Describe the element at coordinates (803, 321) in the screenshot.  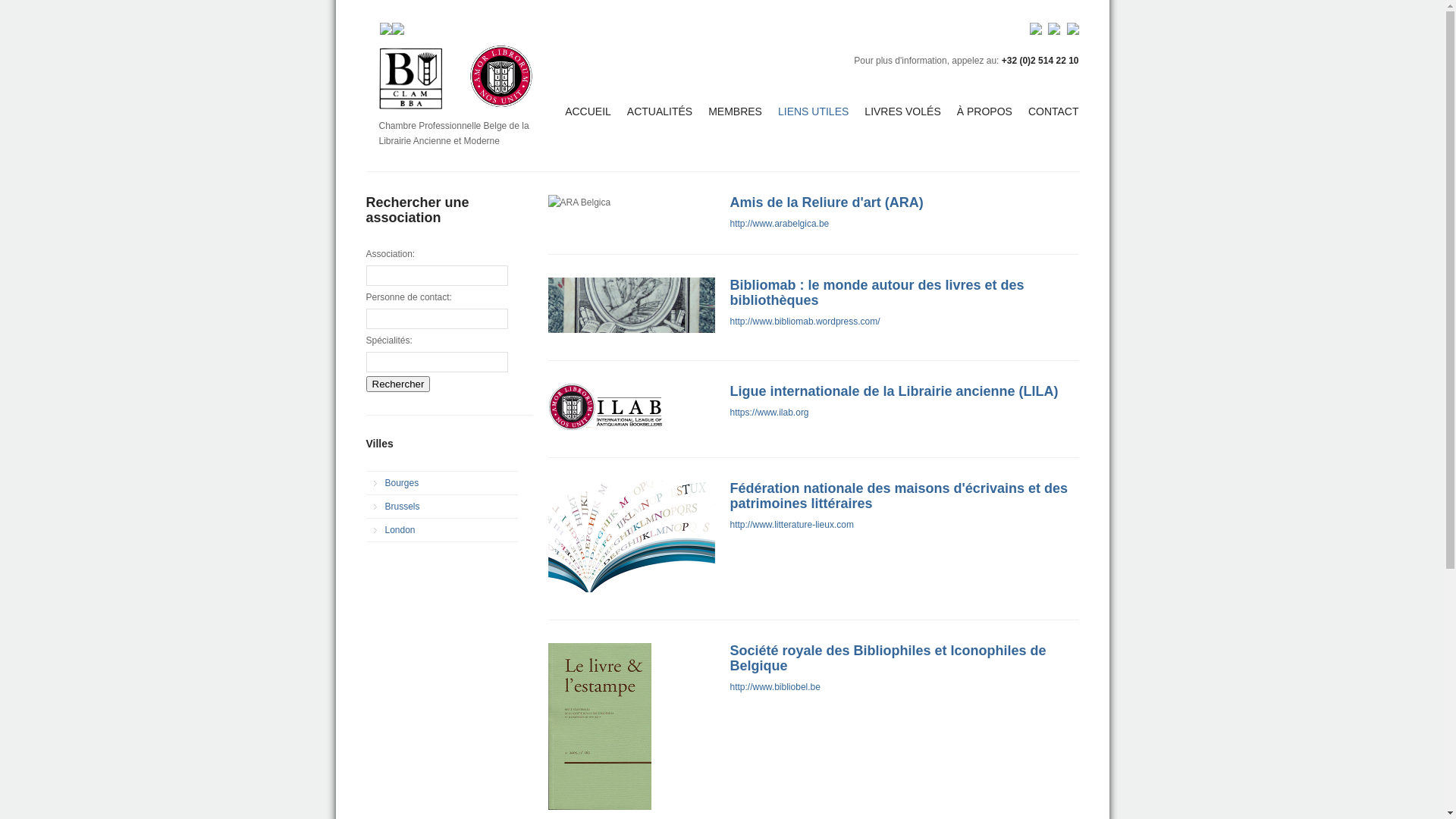
I see `'http://www.bibliomab.wordpress.com/'` at that location.